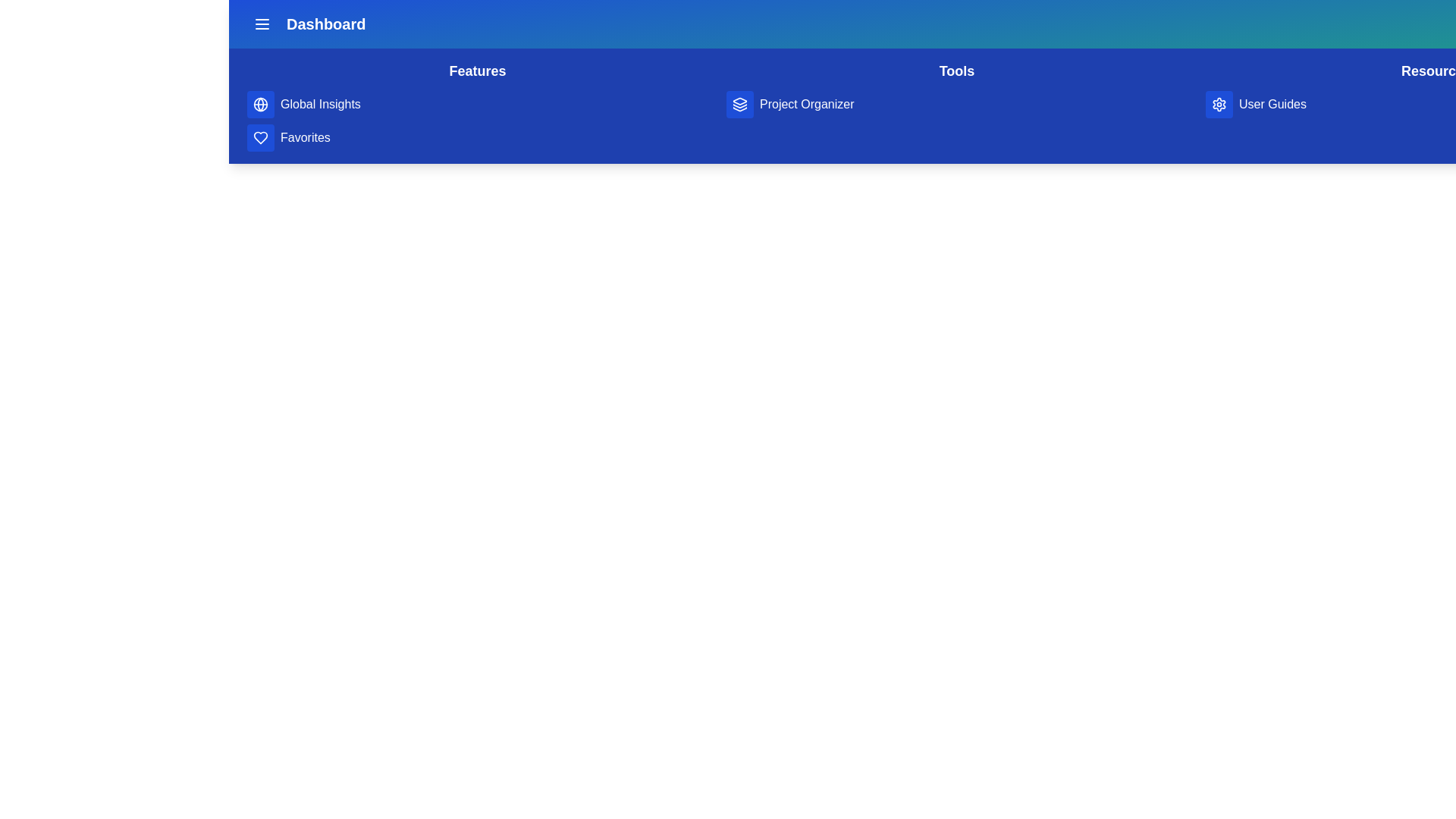 This screenshot has height=819, width=1456. I want to click on the rounded square button with a blue background and a white globe icon, located to the left of the 'Global Insights' text in the 'Features' section, so click(261, 104).